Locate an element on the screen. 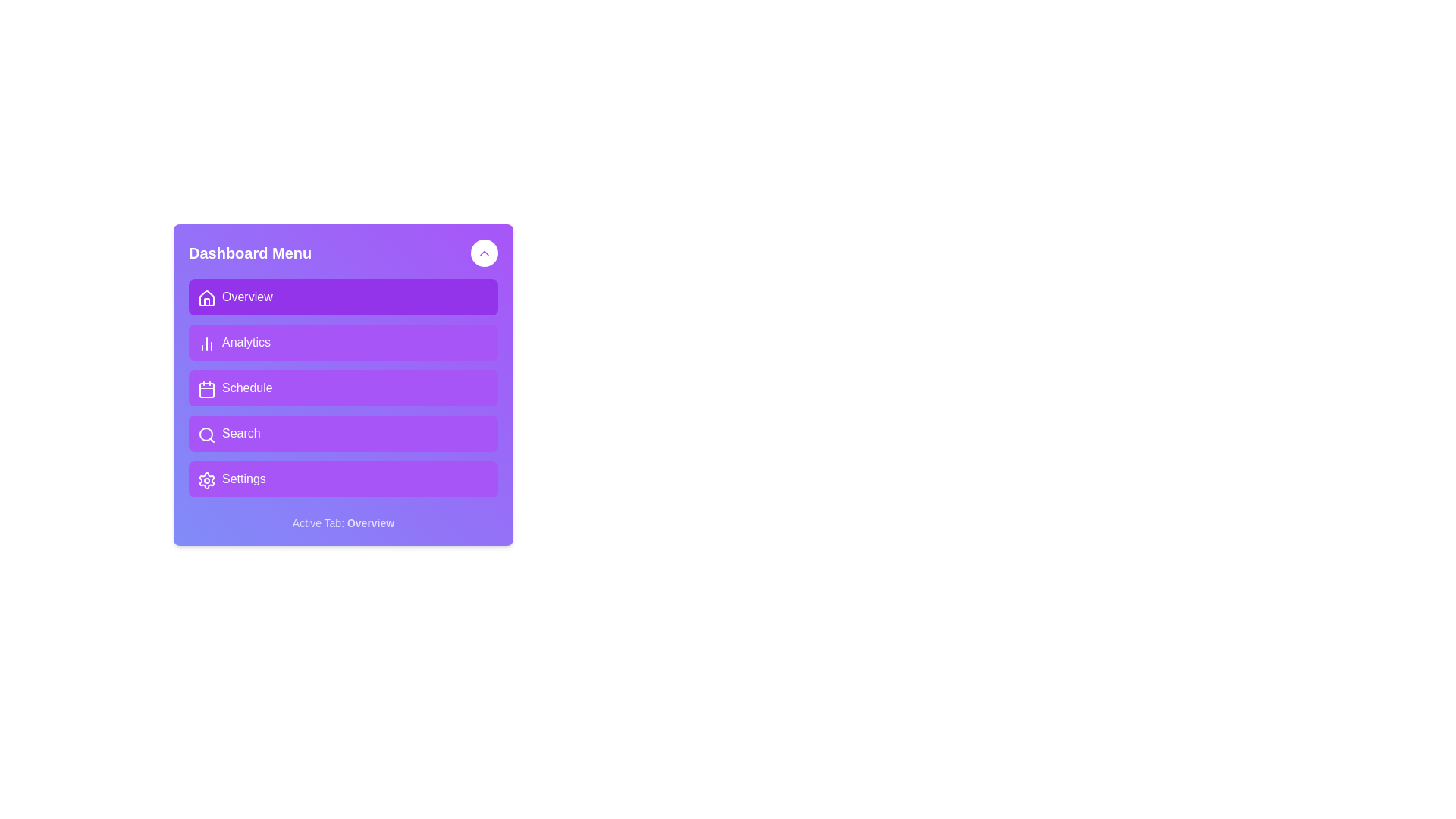 The width and height of the screenshot is (1456, 819). the calendar icon in the 'Schedule' menu is located at coordinates (206, 388).